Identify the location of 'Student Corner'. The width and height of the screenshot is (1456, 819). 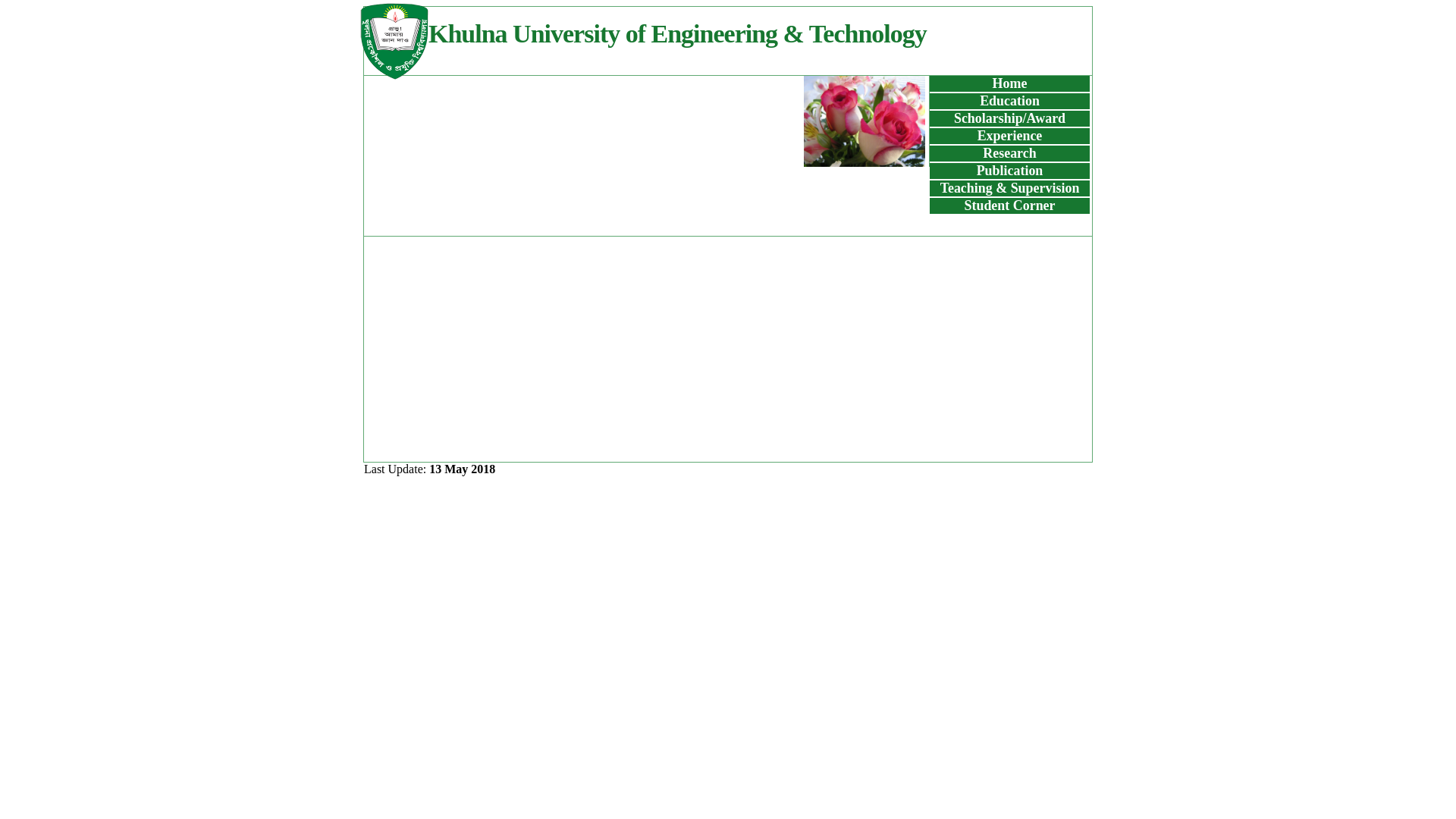
(963, 205).